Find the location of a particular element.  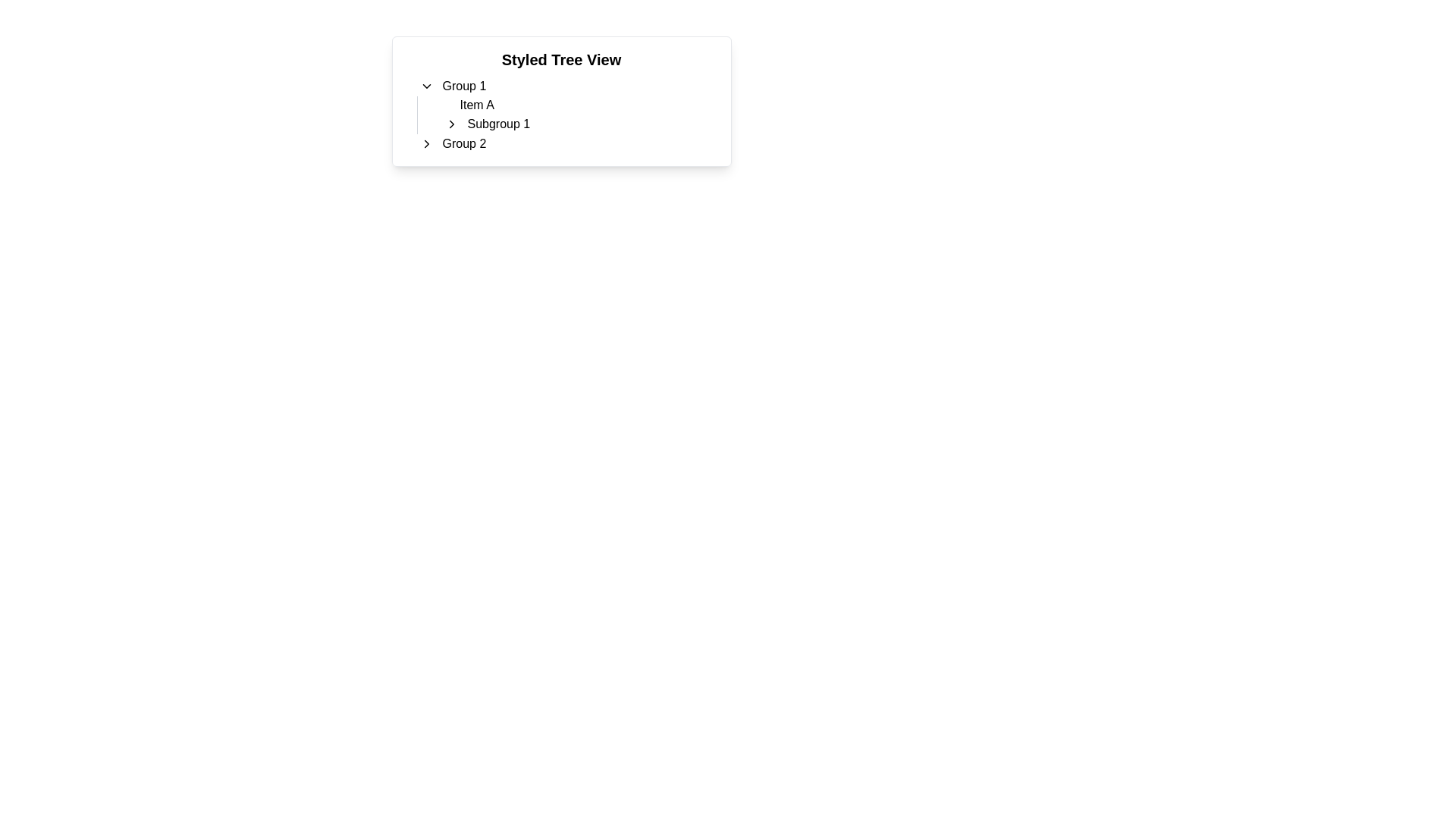

the expandable toggle icon for the 'Group 2' item in the styled tree view is located at coordinates (425, 143).